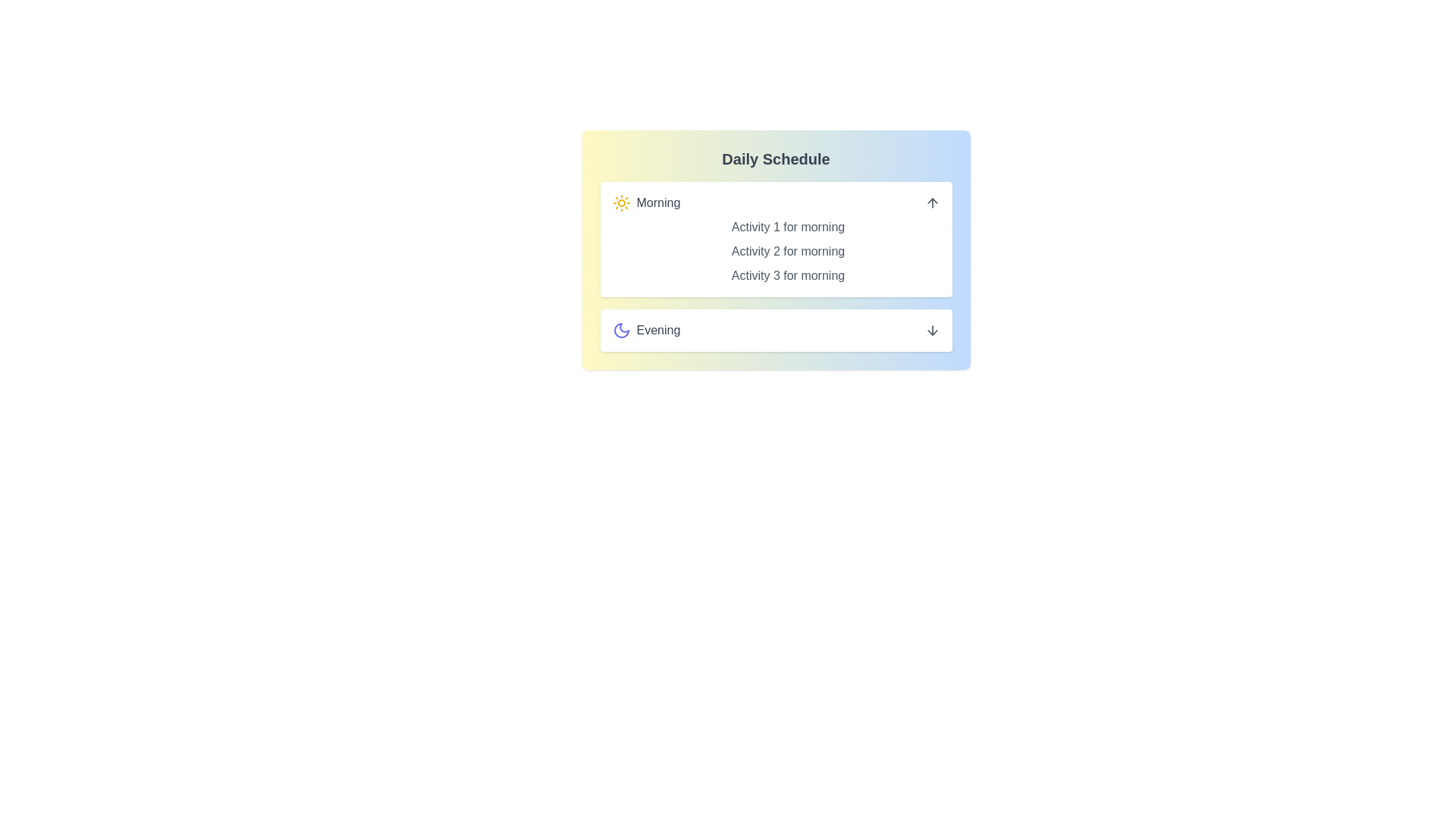  I want to click on the ArrowDown icon to toggle the corresponding schedule section, so click(931, 329).